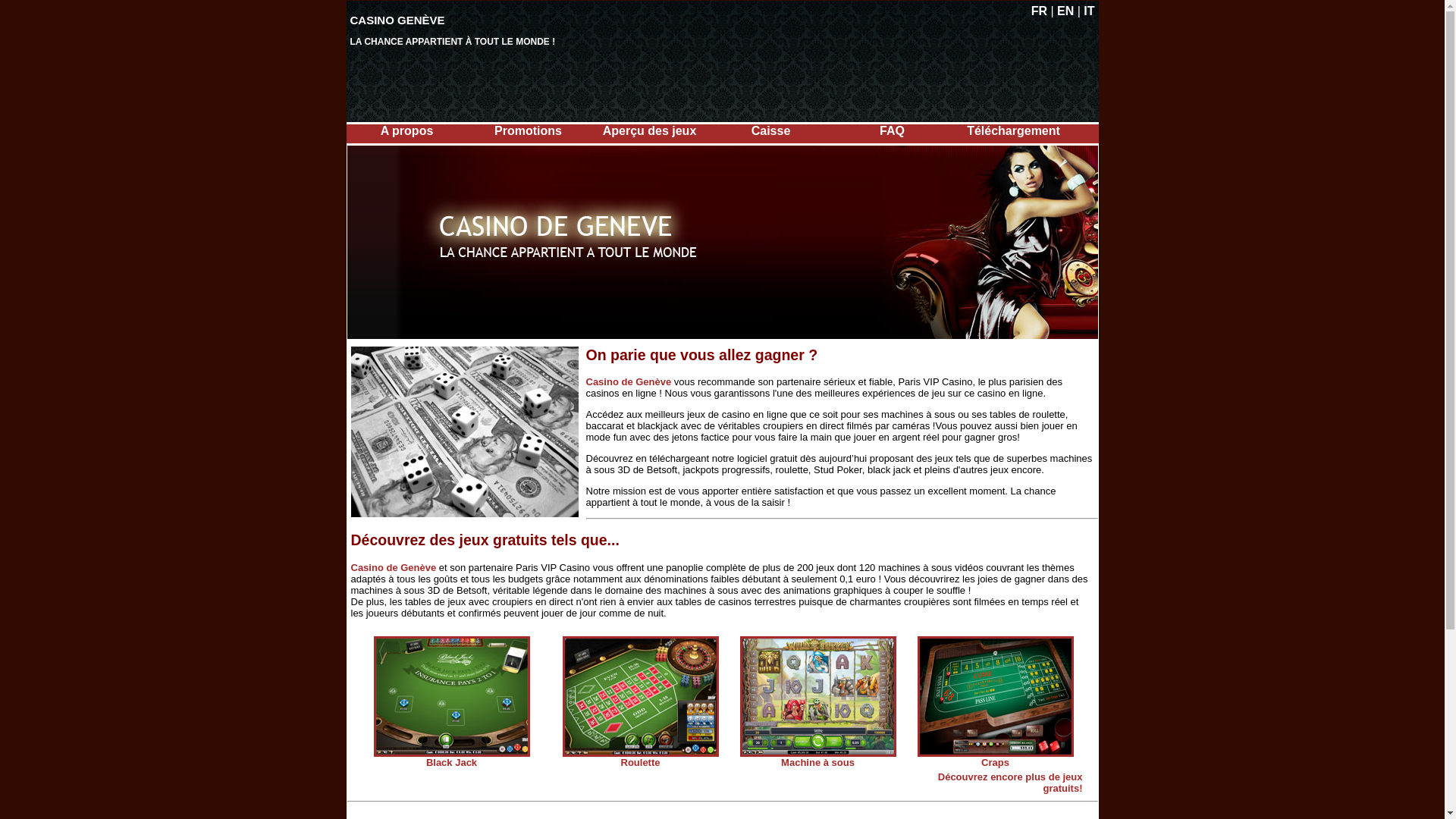  What do you see at coordinates (892, 130) in the screenshot?
I see `'FAQ'` at bounding box center [892, 130].